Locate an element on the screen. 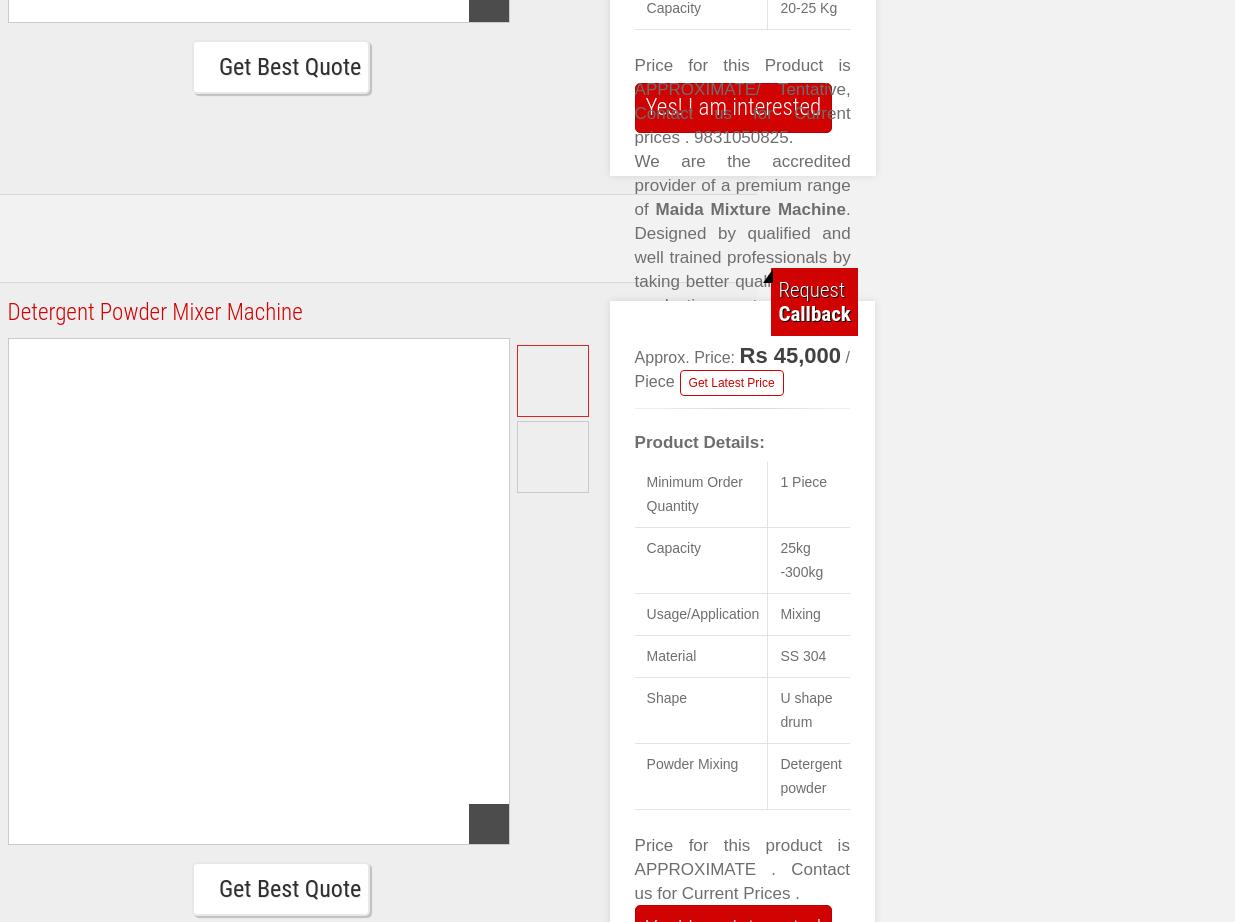  'High performance' is located at coordinates (634, 593).